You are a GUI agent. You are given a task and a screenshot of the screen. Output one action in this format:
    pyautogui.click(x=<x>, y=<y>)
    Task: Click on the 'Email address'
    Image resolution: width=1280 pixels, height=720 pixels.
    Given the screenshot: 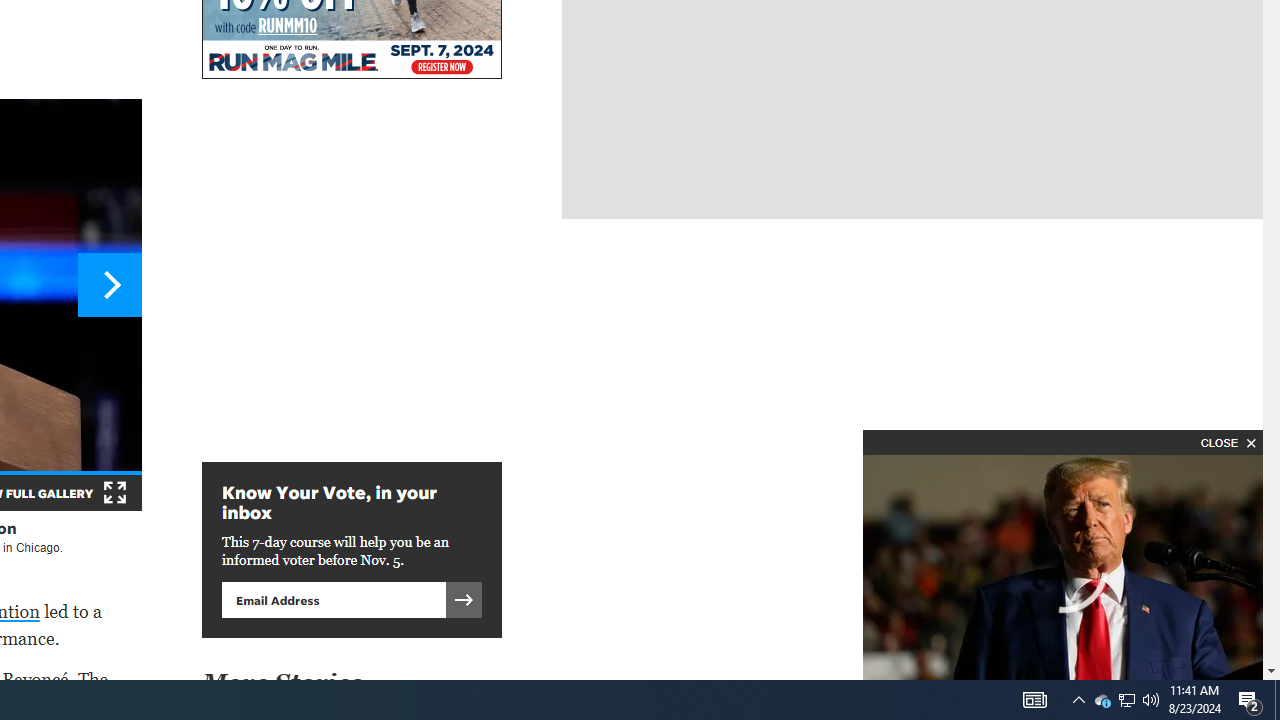 What is the action you would take?
    pyautogui.click(x=333, y=598)
    